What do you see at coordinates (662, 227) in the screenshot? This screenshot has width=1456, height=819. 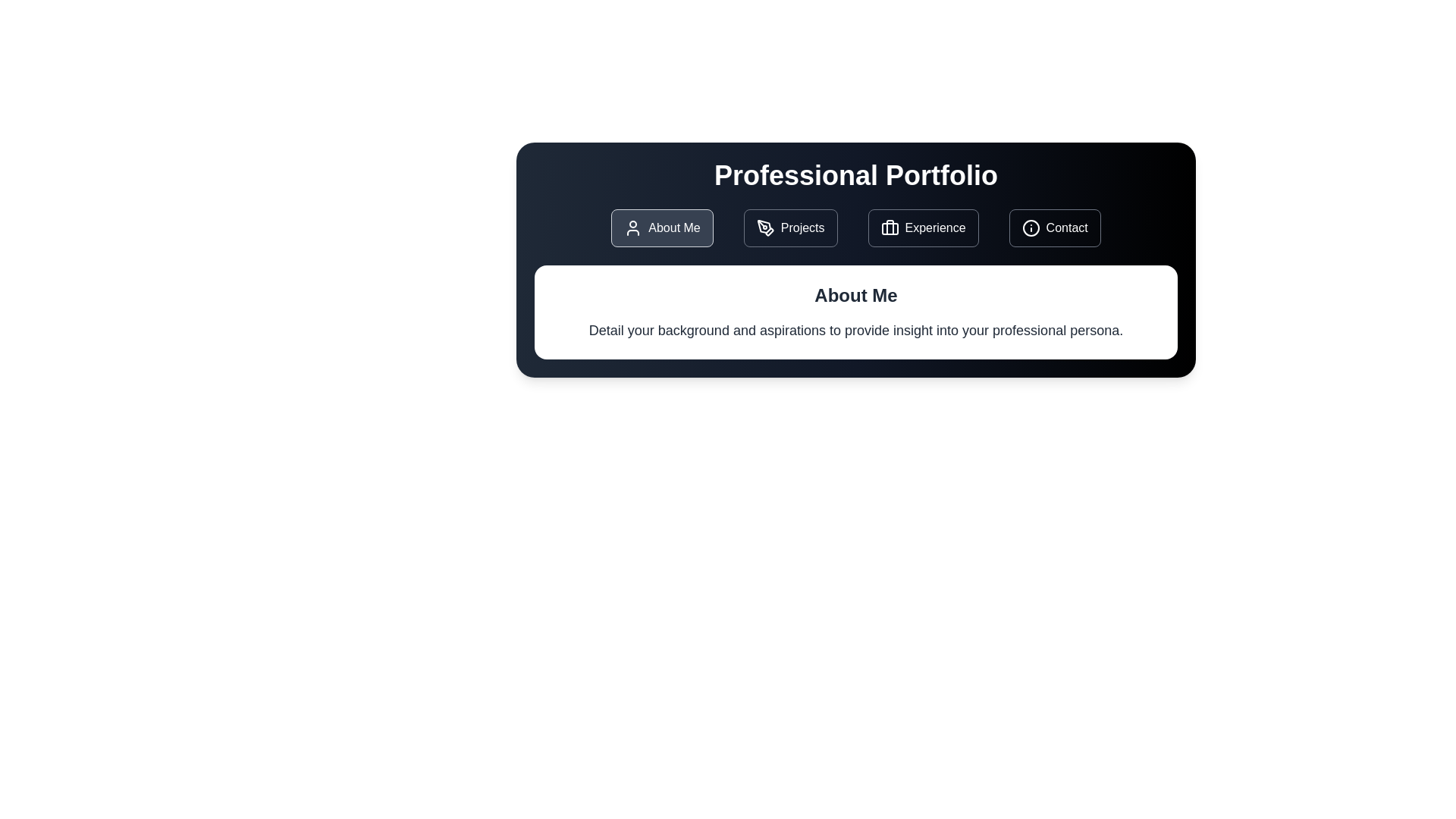 I see `the first button from the left in the group of four buttons` at bounding box center [662, 227].